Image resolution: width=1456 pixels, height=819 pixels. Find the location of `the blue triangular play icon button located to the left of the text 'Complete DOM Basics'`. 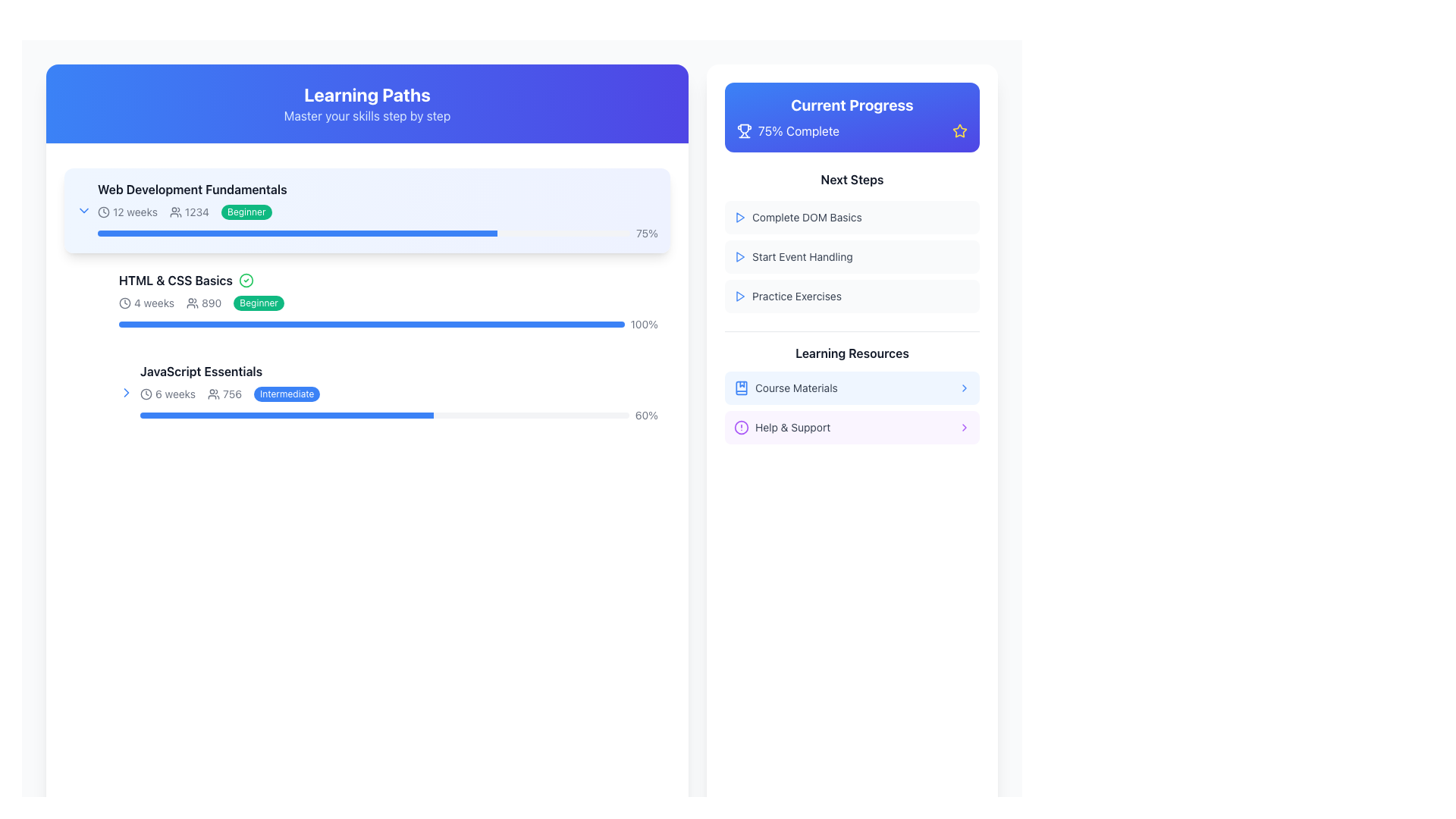

the blue triangular play icon button located to the left of the text 'Complete DOM Basics' is located at coordinates (739, 217).